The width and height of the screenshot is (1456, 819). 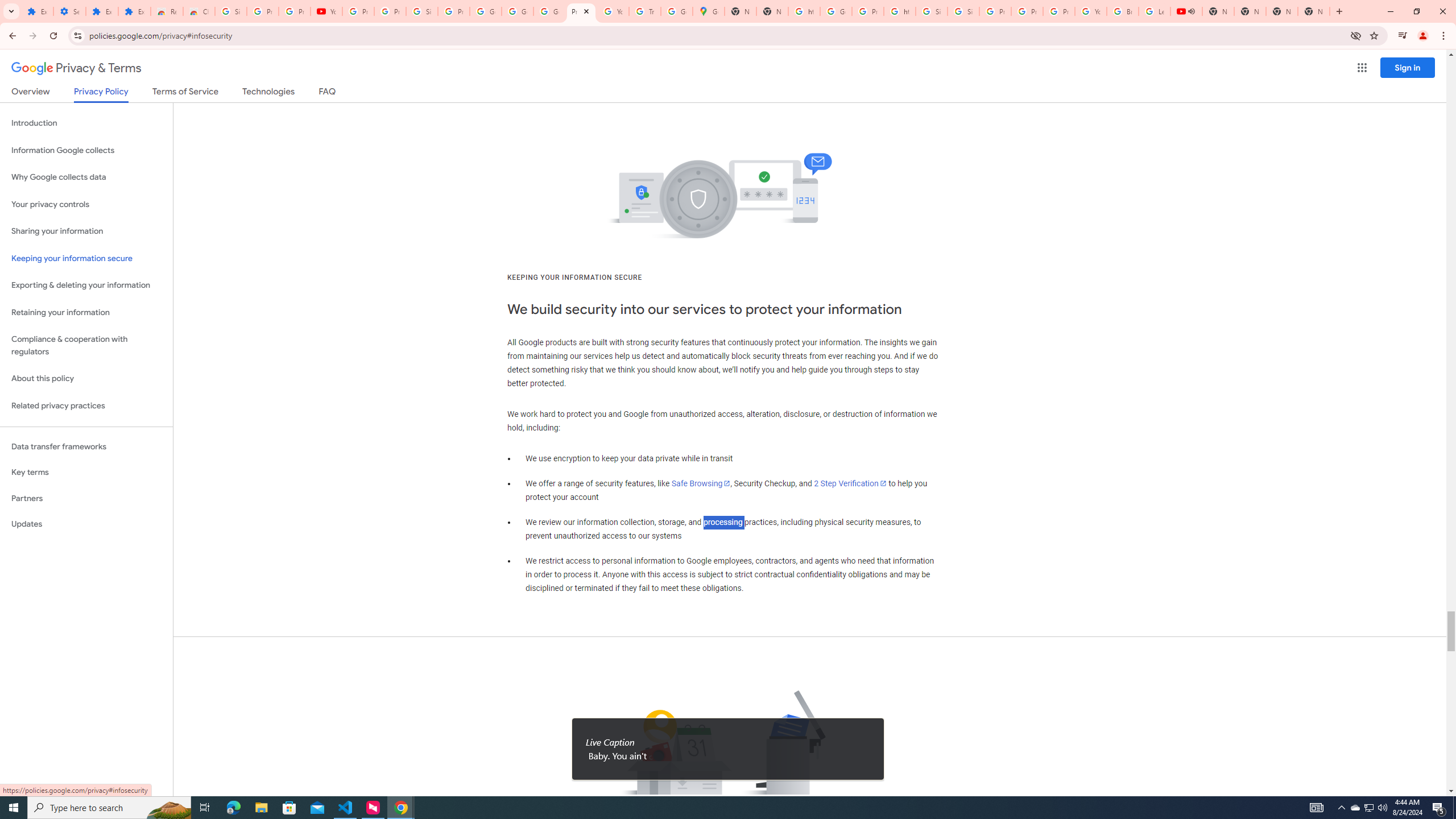 I want to click on 'About this policy', so click(x=86, y=379).